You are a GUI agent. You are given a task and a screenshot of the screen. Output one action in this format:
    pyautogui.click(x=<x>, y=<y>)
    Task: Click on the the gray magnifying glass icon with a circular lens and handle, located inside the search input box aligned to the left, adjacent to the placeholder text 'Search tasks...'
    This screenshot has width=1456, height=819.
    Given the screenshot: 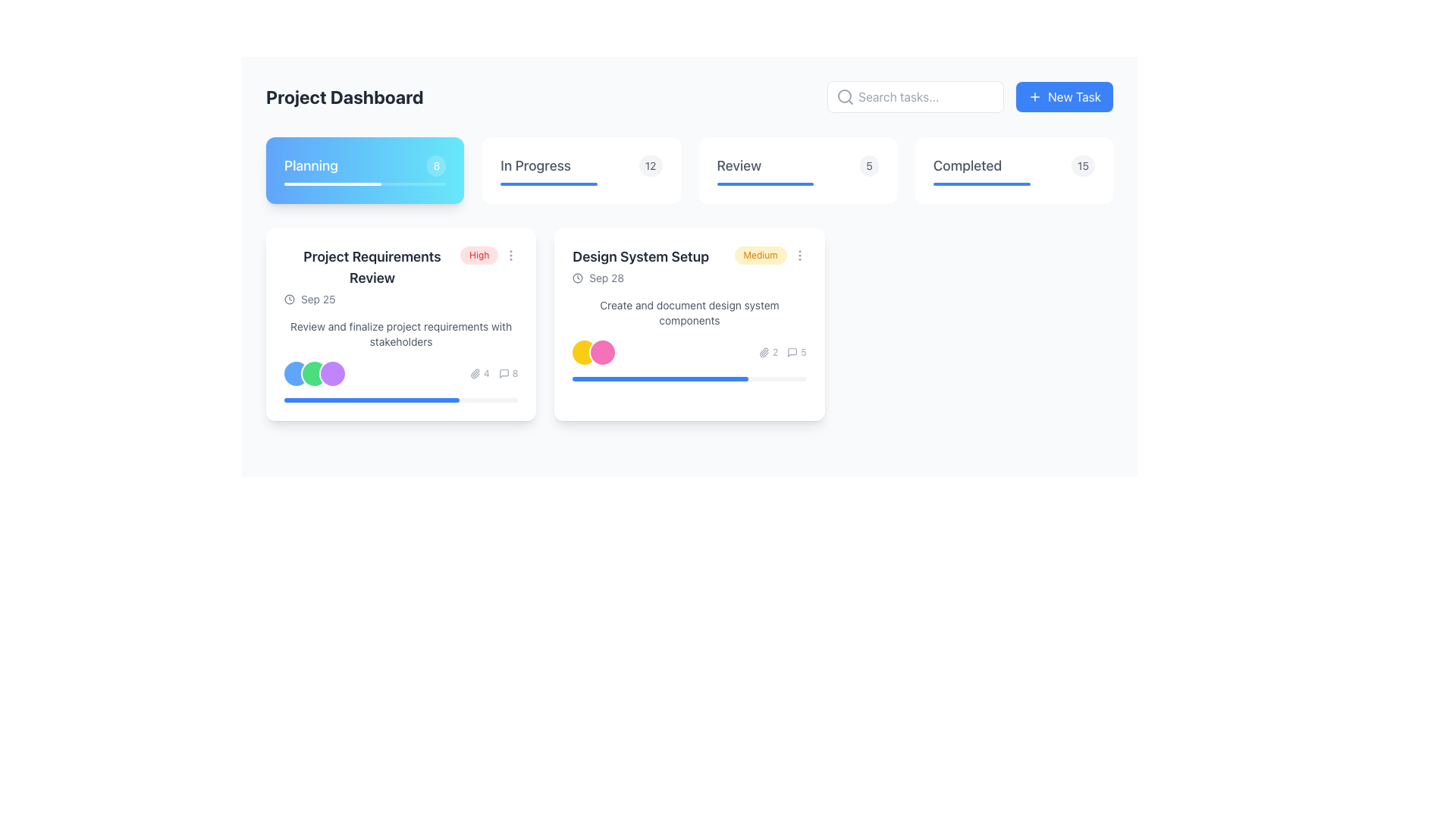 What is the action you would take?
    pyautogui.click(x=845, y=96)
    